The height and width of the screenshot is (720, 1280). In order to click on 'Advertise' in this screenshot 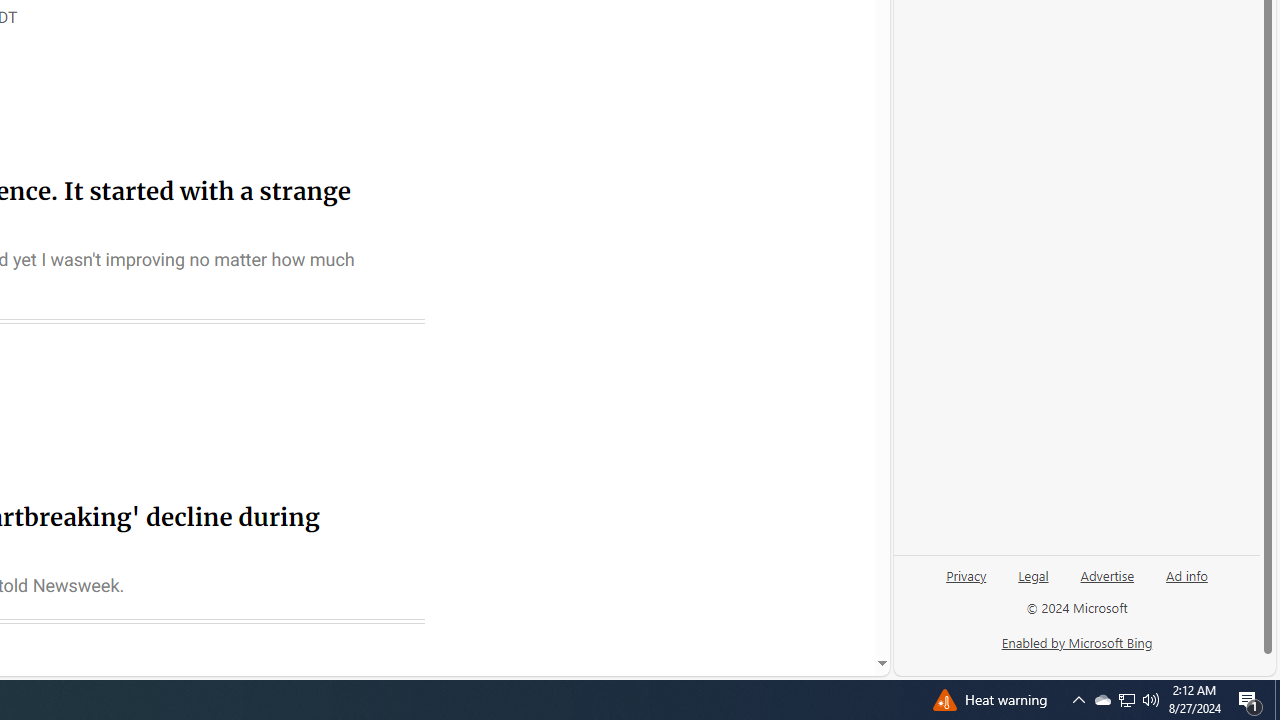, I will do `click(1106, 583)`.